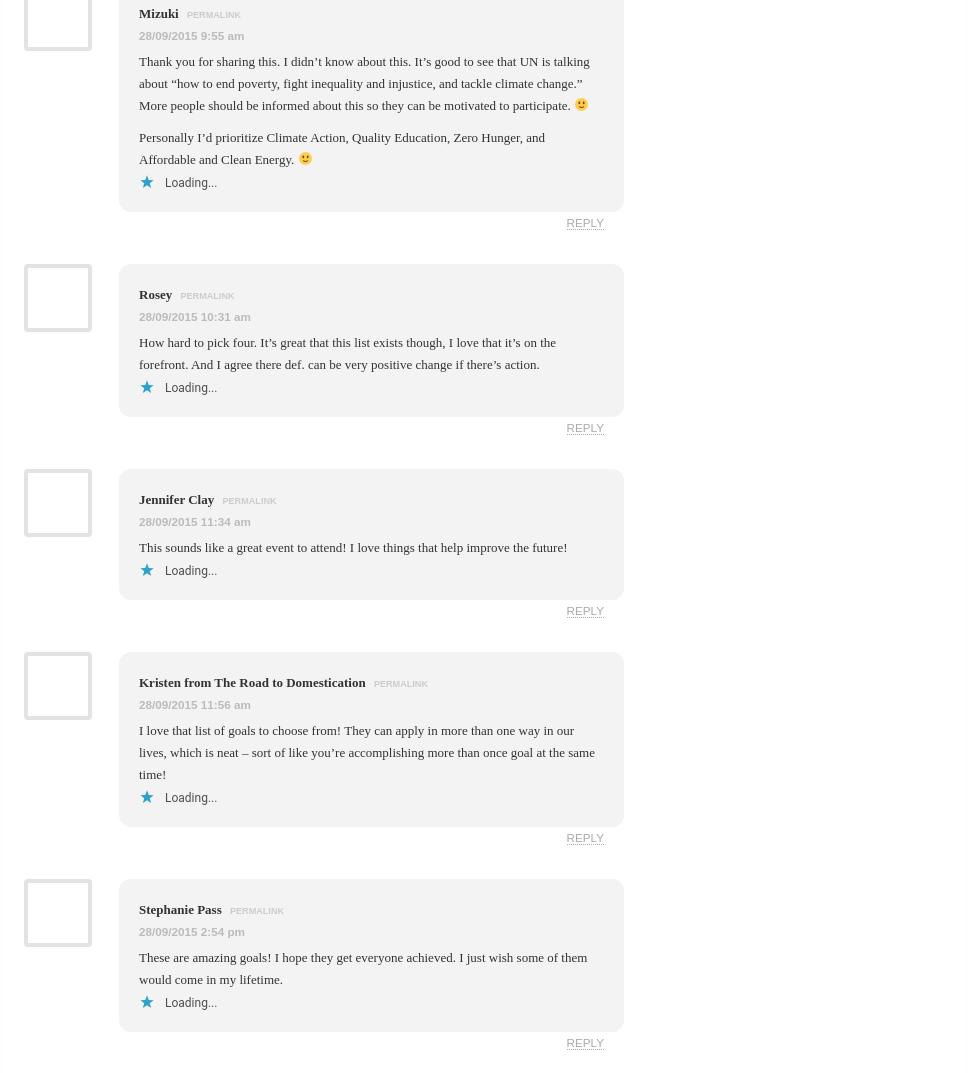 The height and width of the screenshot is (1073, 968). I want to click on '28/09/2015 9:55 am', so click(138, 33).